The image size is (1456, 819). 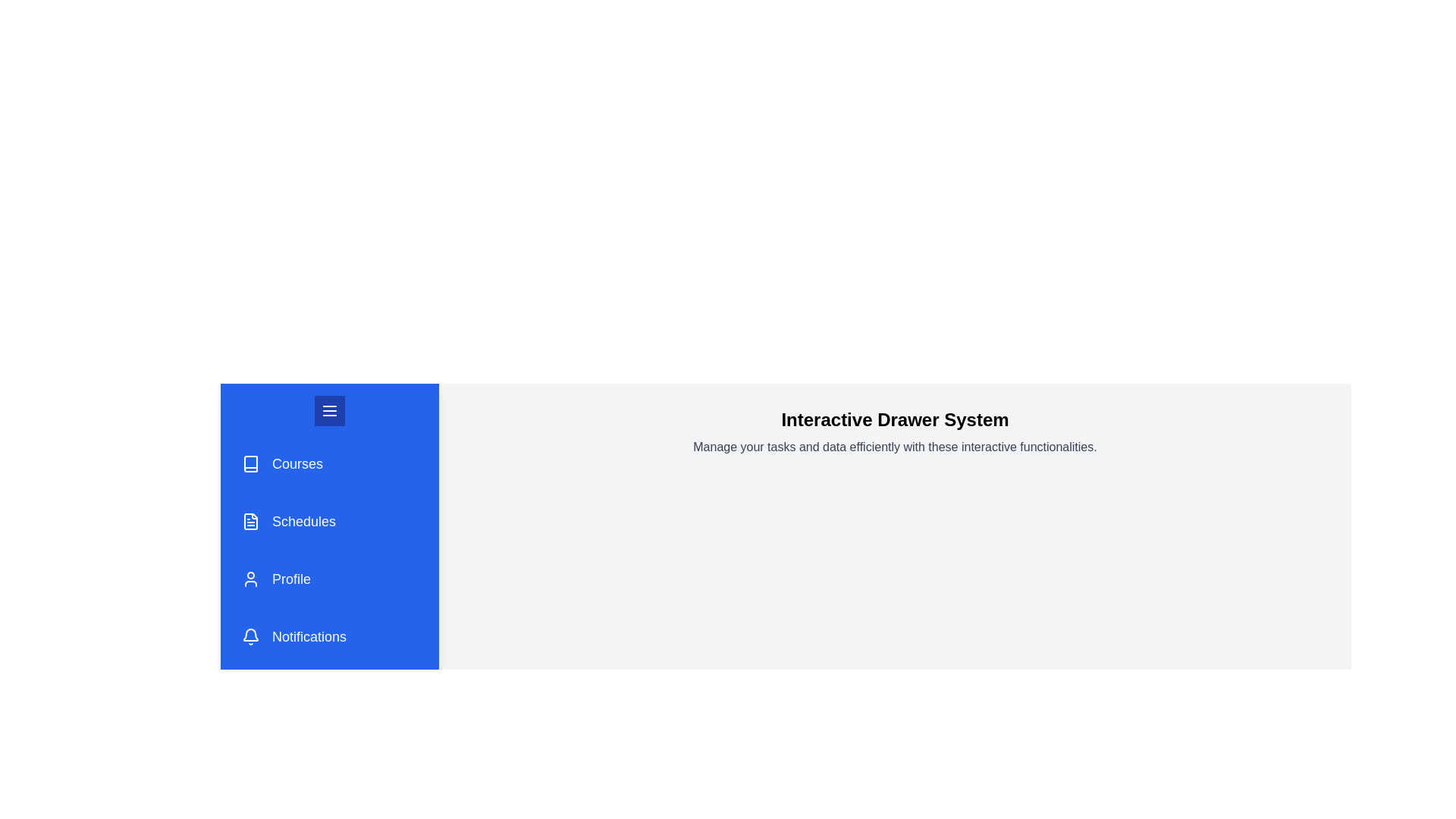 What do you see at coordinates (329, 520) in the screenshot?
I see `the 'Schedules' menu item in the drawer` at bounding box center [329, 520].